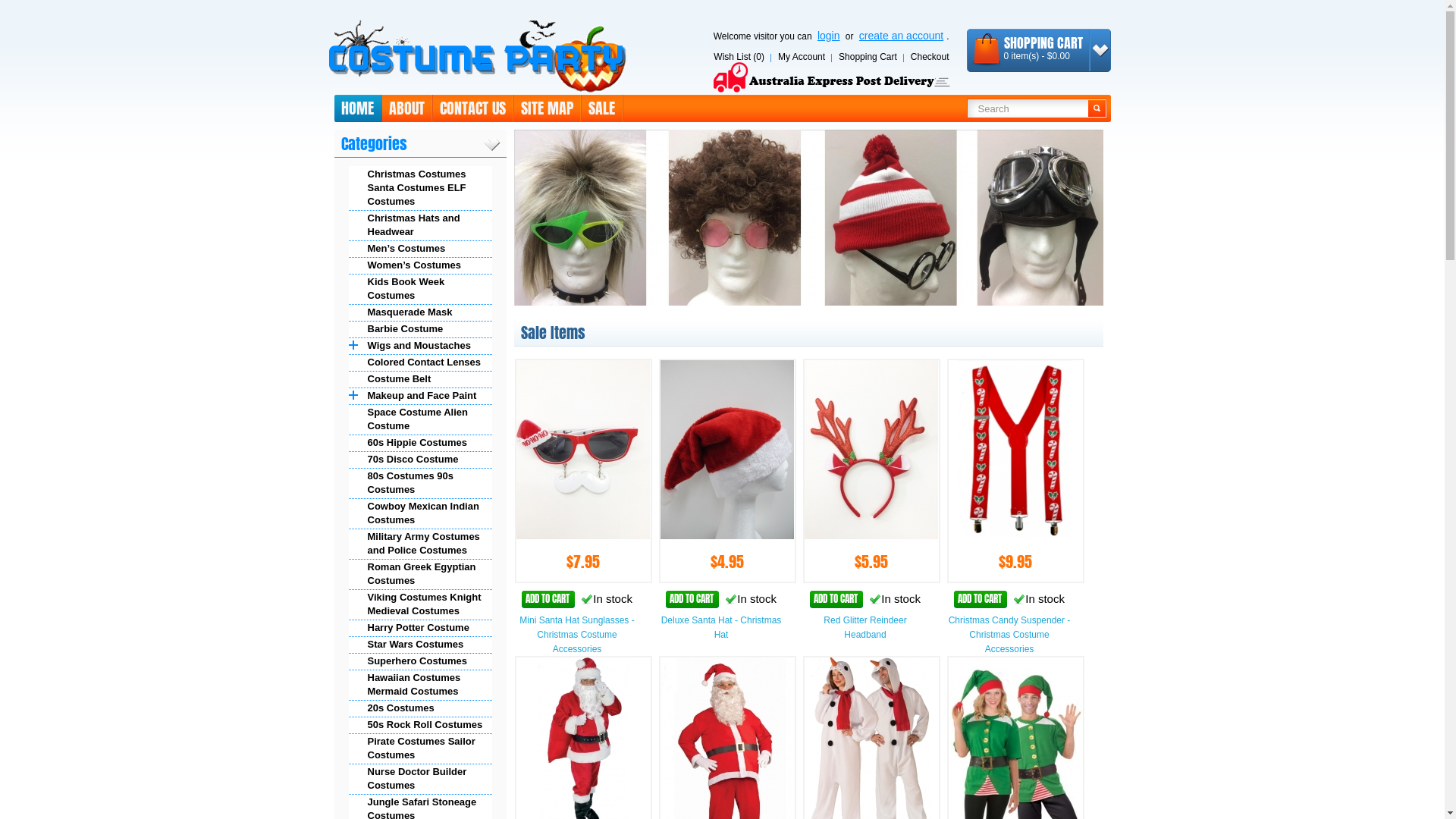 The image size is (1456, 819). What do you see at coordinates (980, 598) in the screenshot?
I see `'ADD TO CART'` at bounding box center [980, 598].